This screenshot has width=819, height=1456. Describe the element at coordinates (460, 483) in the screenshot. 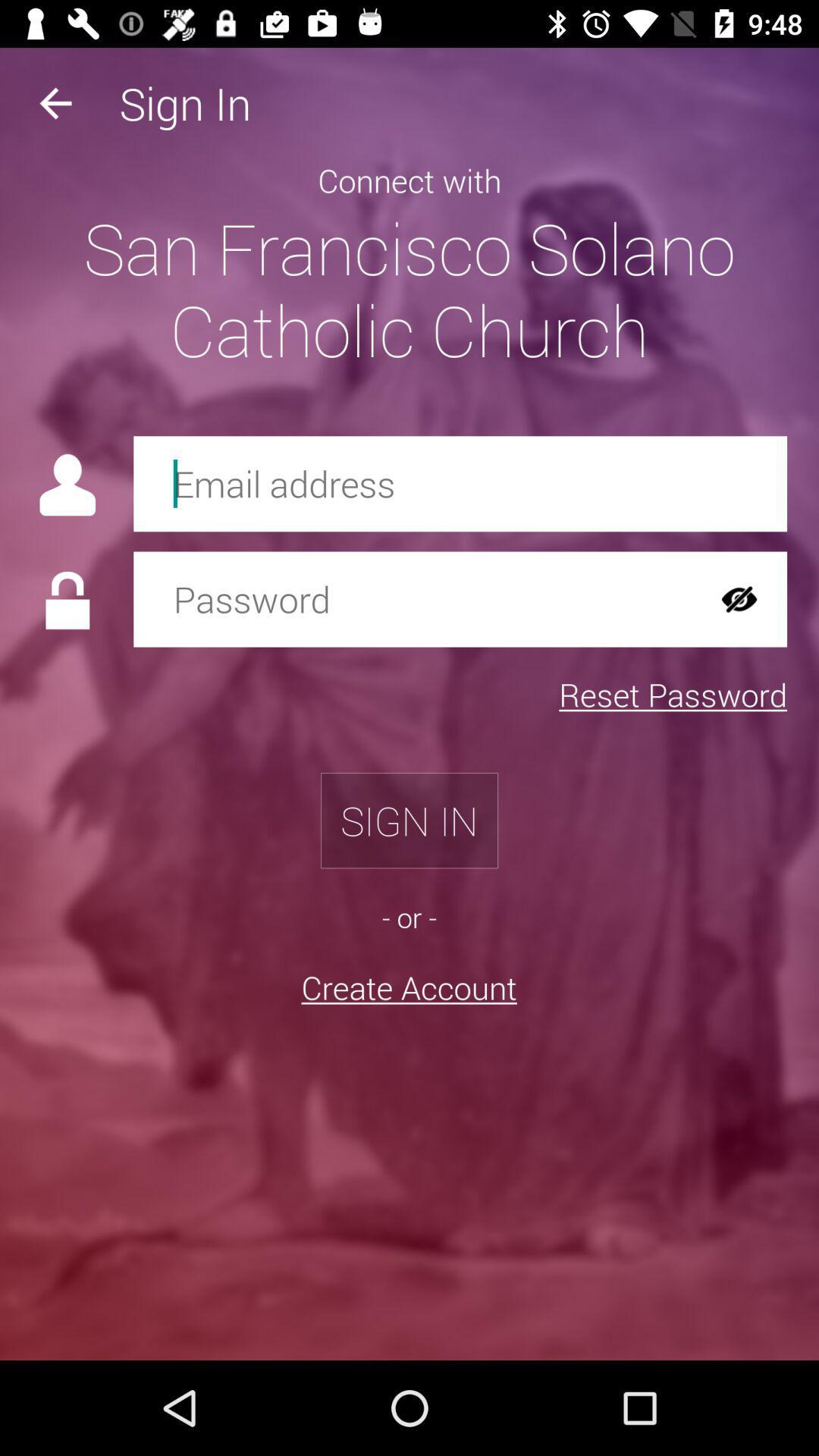

I see `tis feild is used to enter your email address` at that location.